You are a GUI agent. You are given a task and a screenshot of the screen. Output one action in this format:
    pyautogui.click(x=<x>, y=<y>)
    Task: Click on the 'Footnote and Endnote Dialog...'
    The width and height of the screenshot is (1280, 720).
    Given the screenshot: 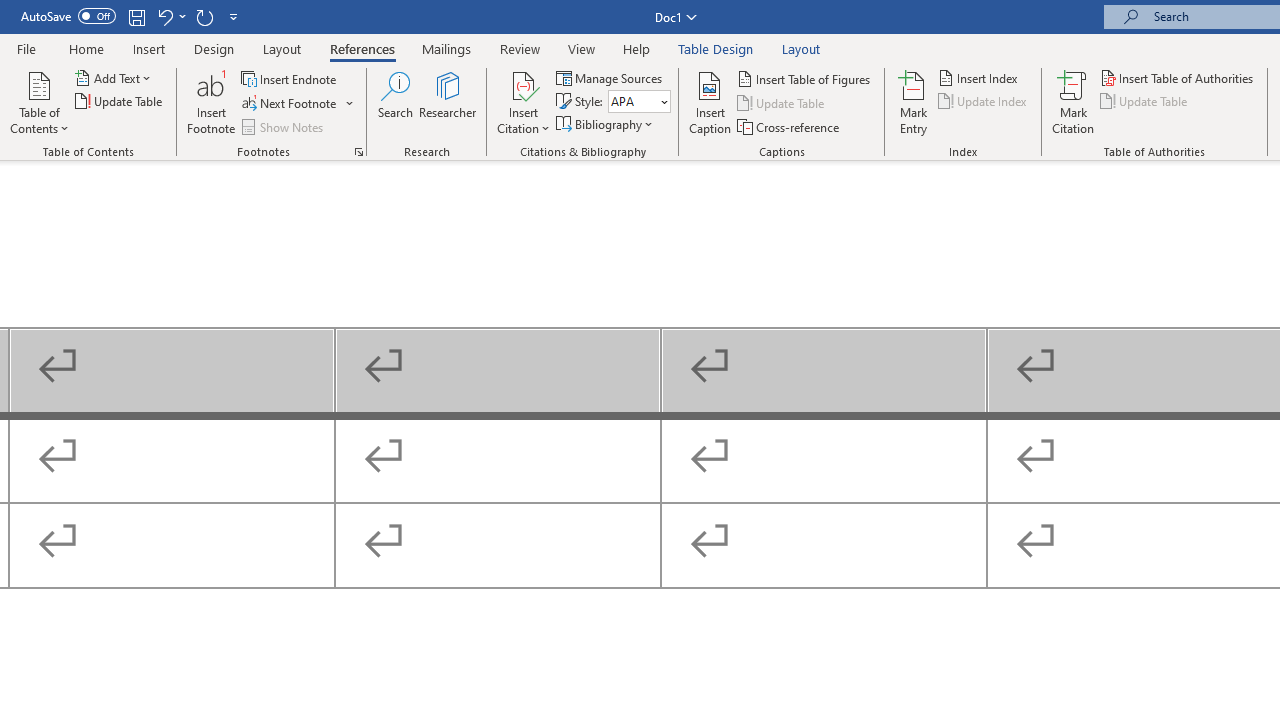 What is the action you would take?
    pyautogui.click(x=359, y=150)
    